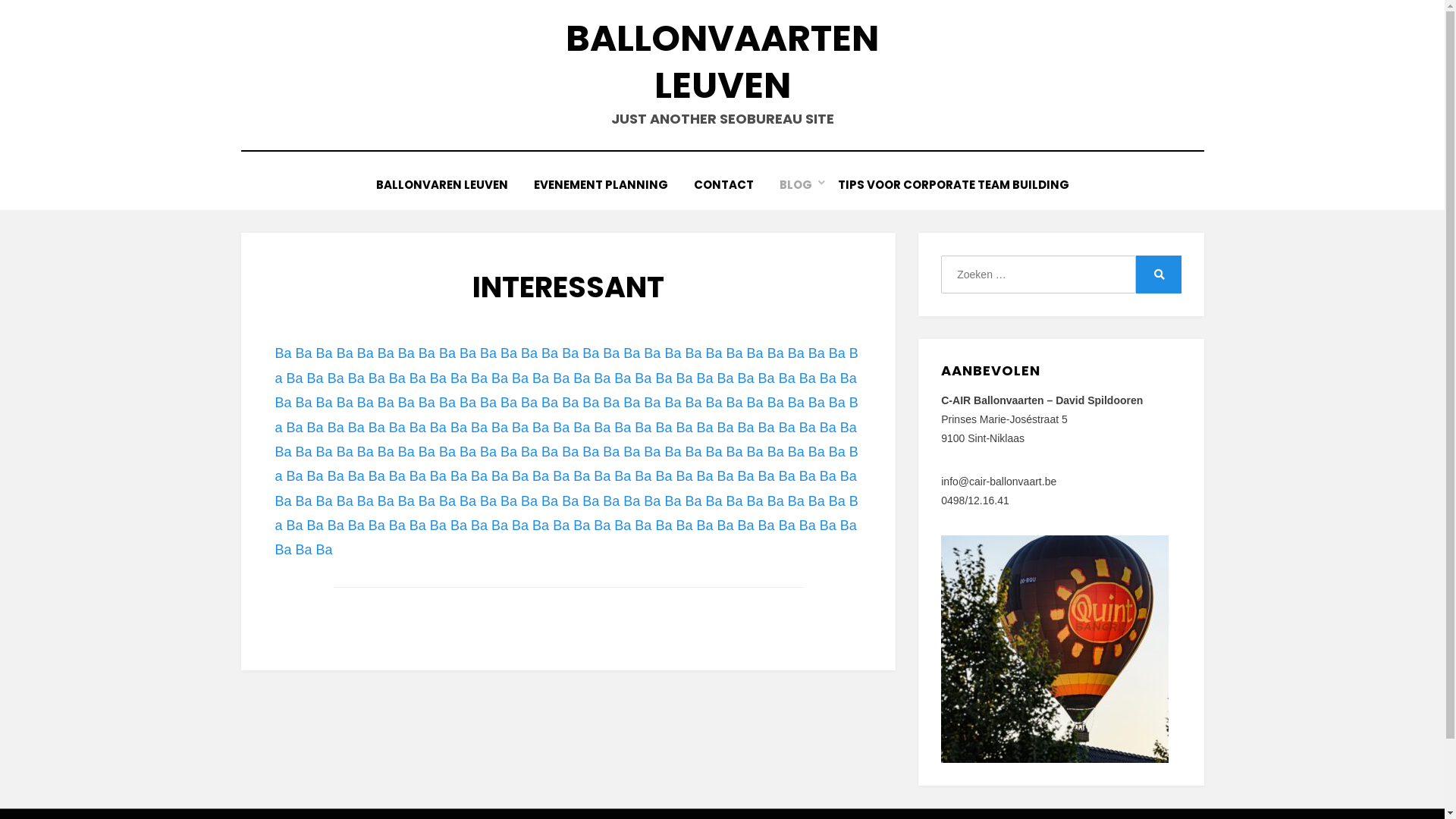 The width and height of the screenshot is (1456, 819). I want to click on '0498/12.16.41', so click(975, 500).